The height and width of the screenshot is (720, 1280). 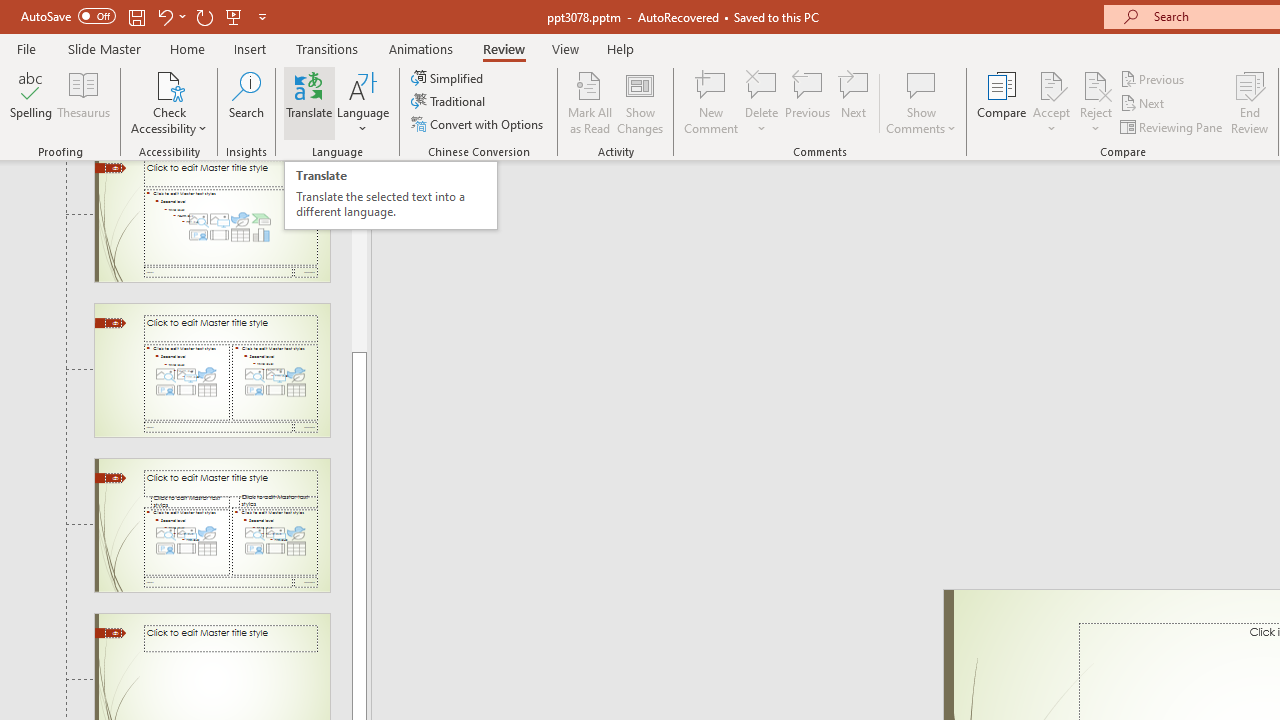 What do you see at coordinates (478, 124) in the screenshot?
I see `'Convert with Options...'` at bounding box center [478, 124].